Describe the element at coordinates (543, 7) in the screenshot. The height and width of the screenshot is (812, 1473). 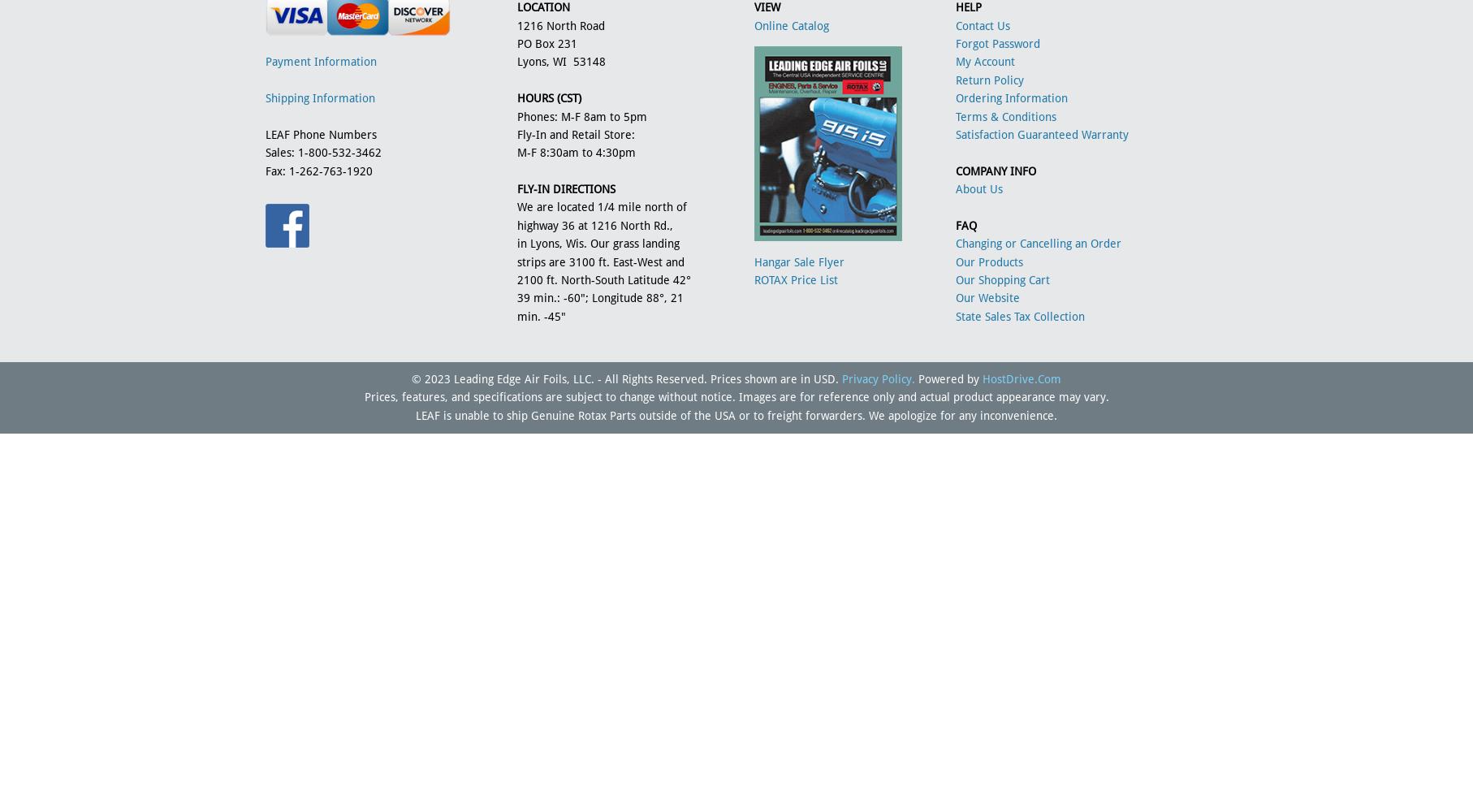
I see `'LOCATION'` at that location.